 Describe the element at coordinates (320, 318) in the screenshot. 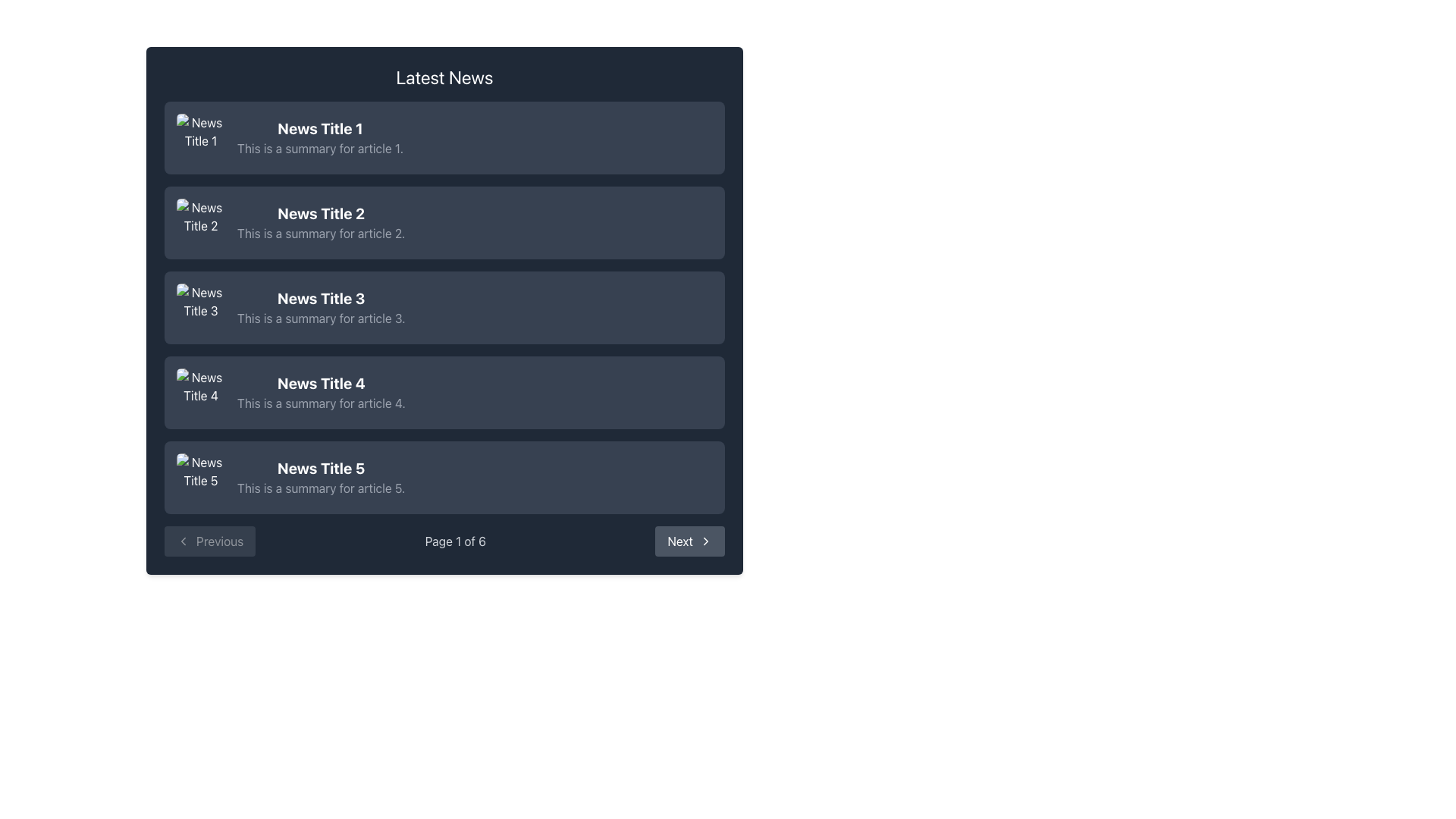

I see `the Textbox that summarizes the content of the related news article, located below the heading 'News Title 3'` at that location.